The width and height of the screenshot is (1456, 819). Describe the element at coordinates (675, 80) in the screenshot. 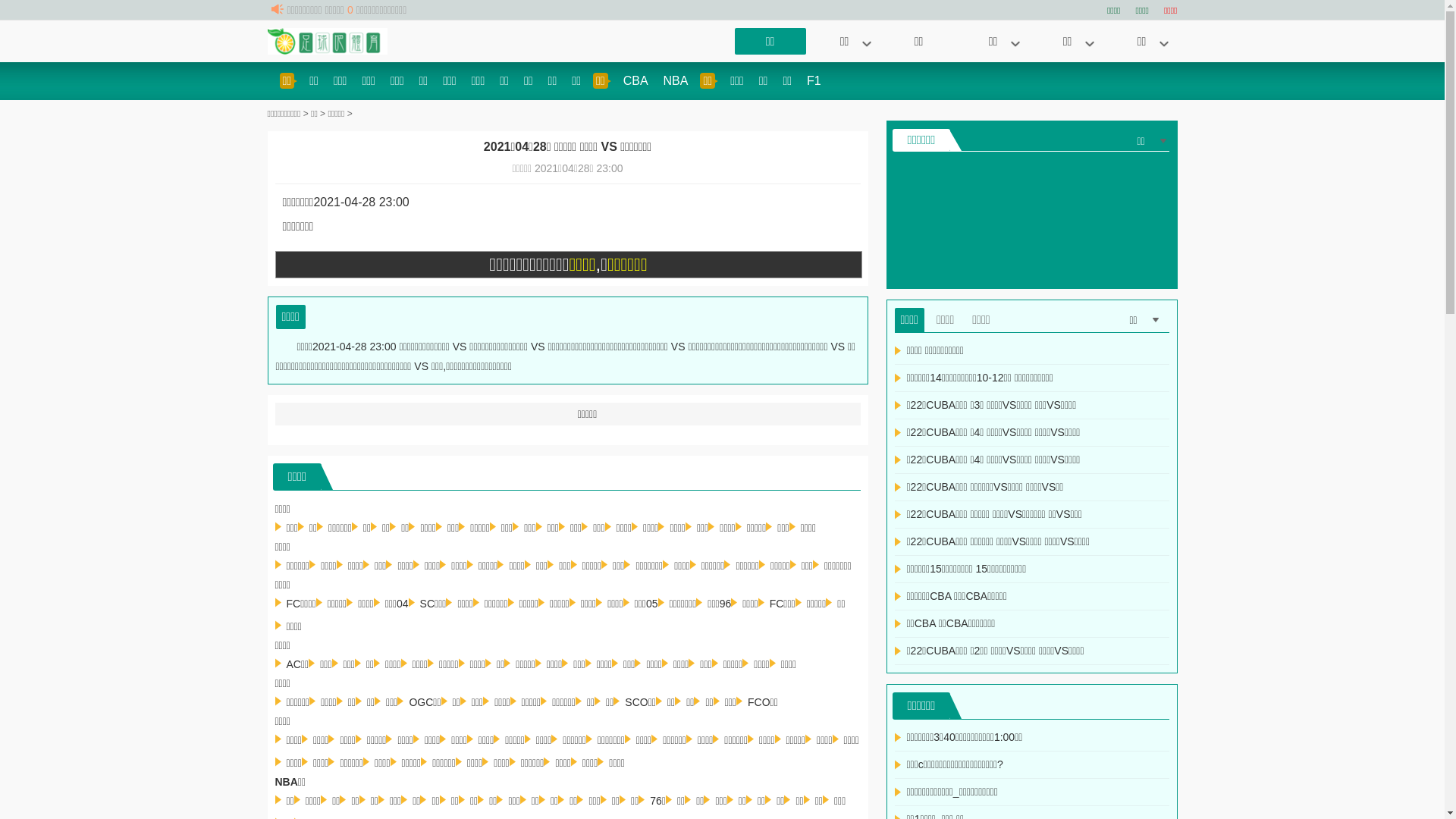

I see `'NBA'` at that location.